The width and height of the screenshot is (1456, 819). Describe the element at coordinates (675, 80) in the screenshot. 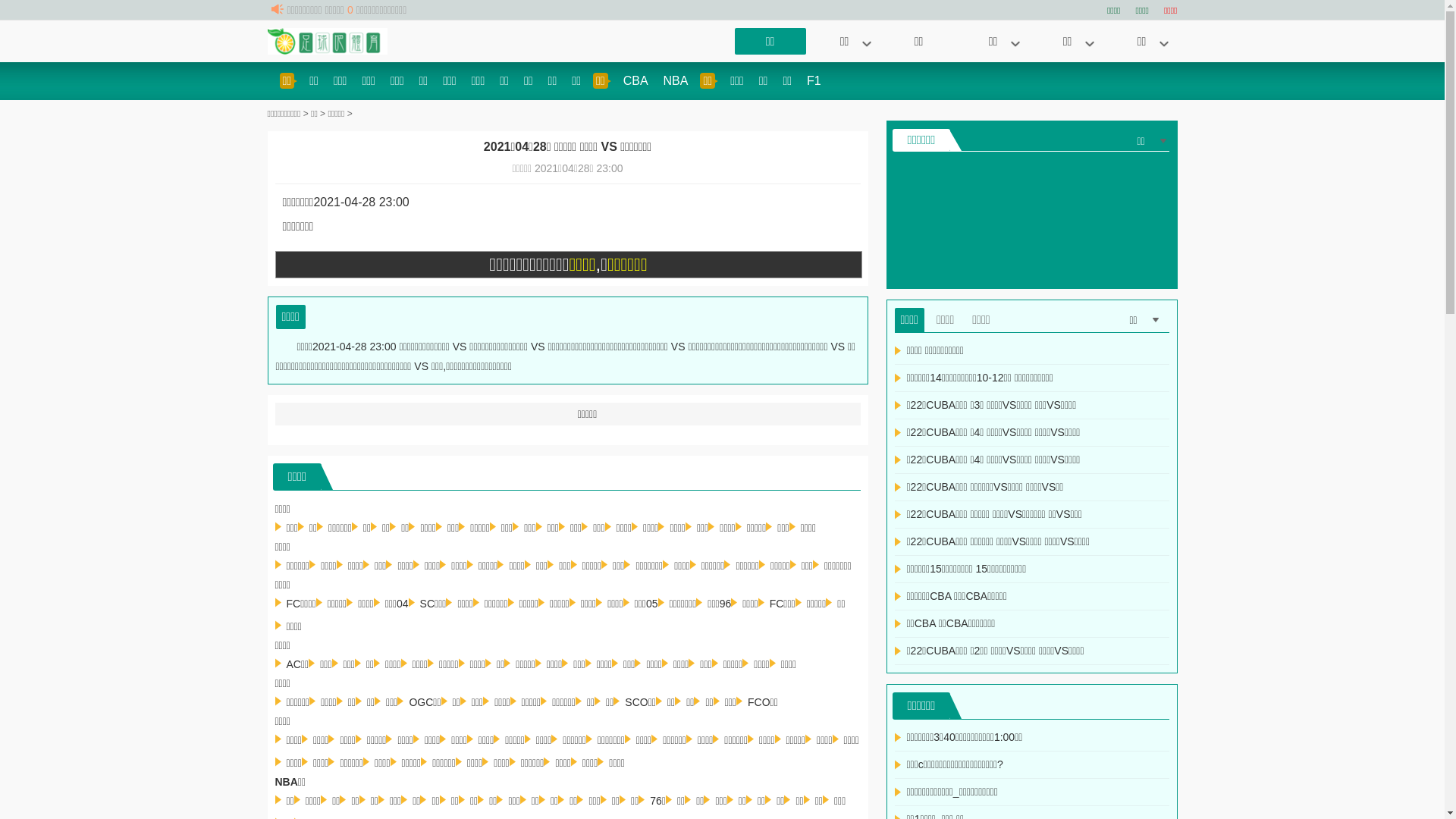

I see `'NBA'` at that location.